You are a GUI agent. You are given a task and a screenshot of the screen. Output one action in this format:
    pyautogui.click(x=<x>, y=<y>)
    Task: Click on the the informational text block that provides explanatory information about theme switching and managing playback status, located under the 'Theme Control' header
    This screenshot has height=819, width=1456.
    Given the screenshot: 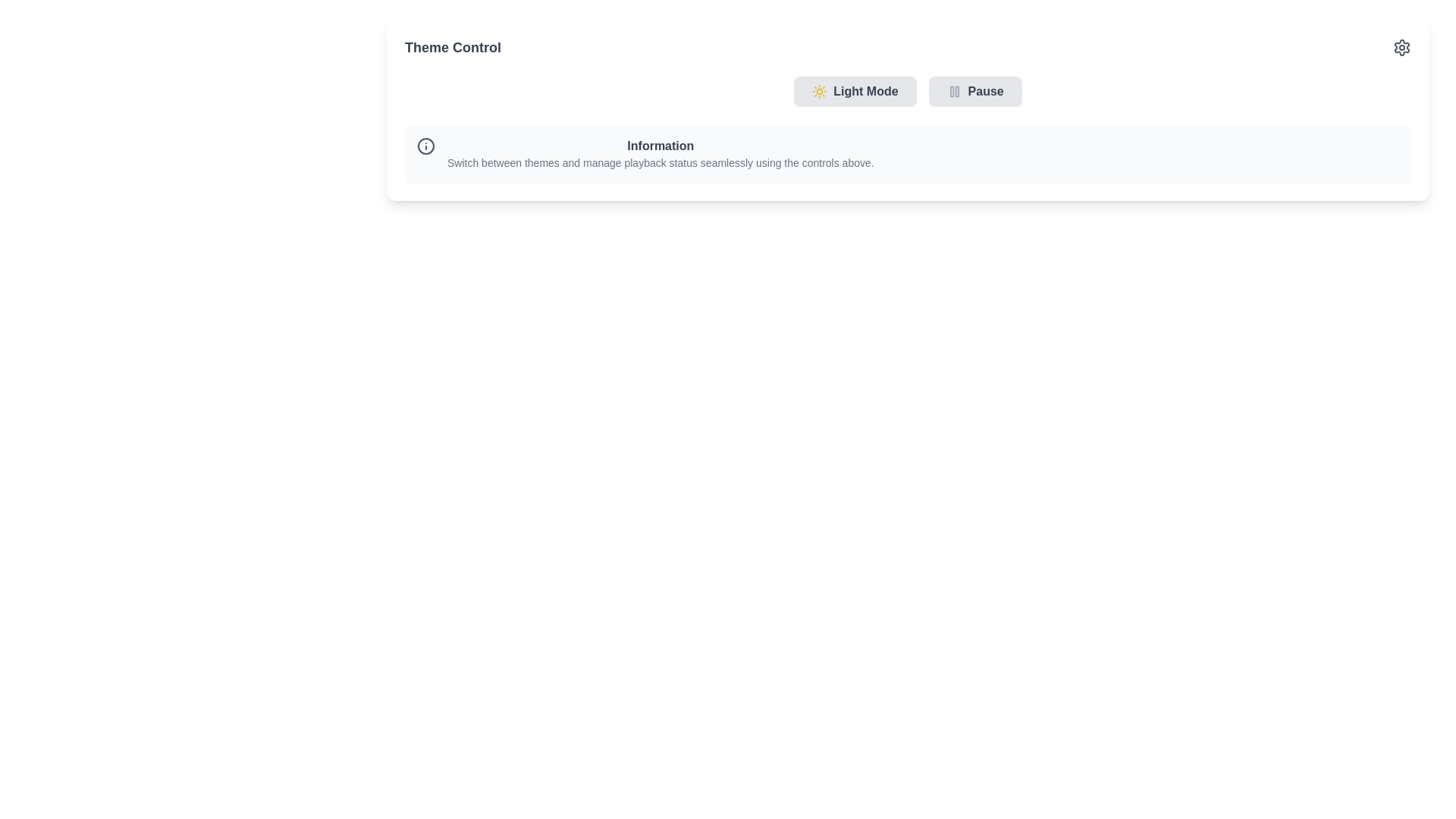 What is the action you would take?
    pyautogui.click(x=661, y=154)
    